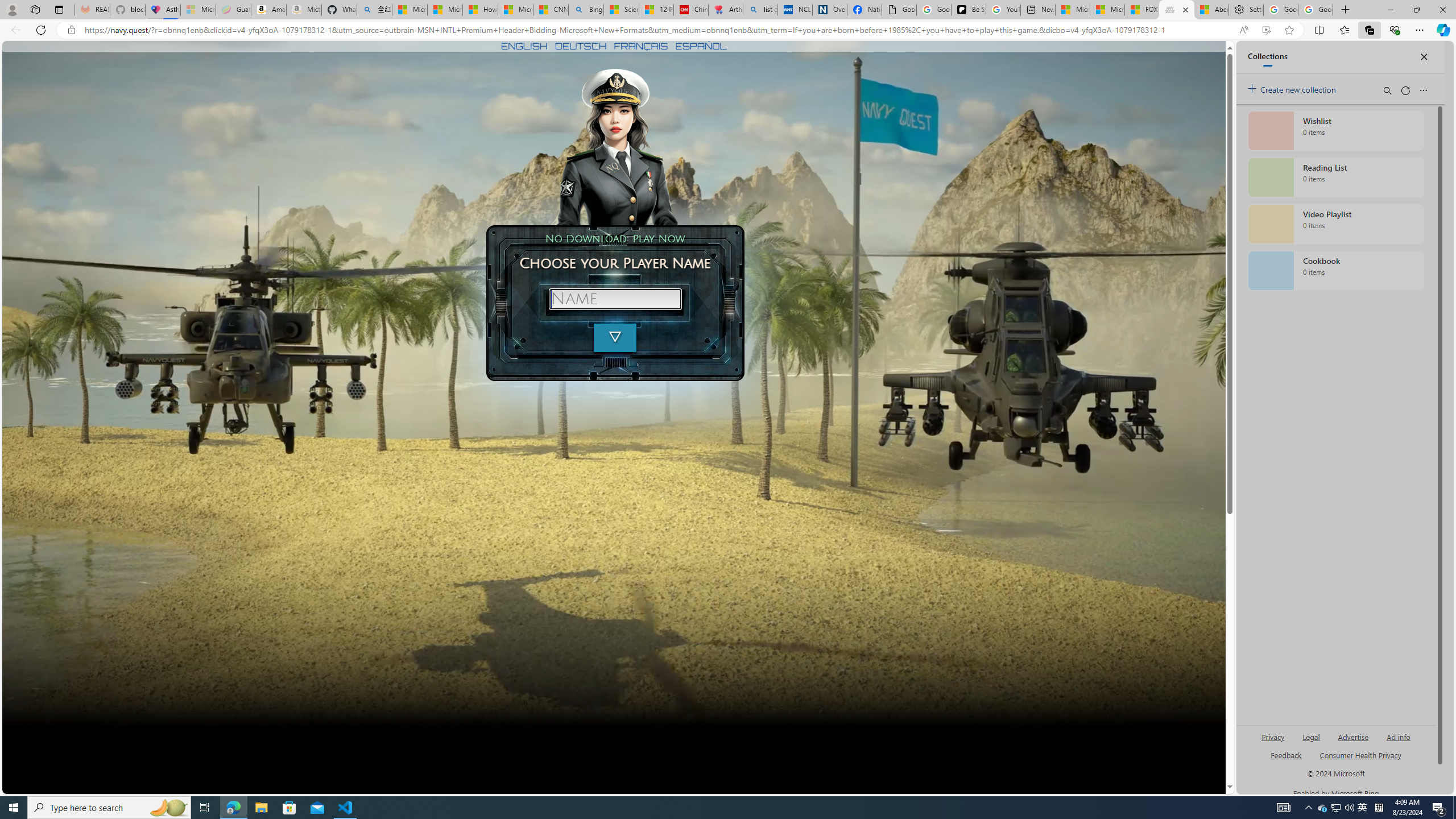 The width and height of the screenshot is (1456, 819). I want to click on 'Arthritis: Ask Health Professionals', so click(725, 9).